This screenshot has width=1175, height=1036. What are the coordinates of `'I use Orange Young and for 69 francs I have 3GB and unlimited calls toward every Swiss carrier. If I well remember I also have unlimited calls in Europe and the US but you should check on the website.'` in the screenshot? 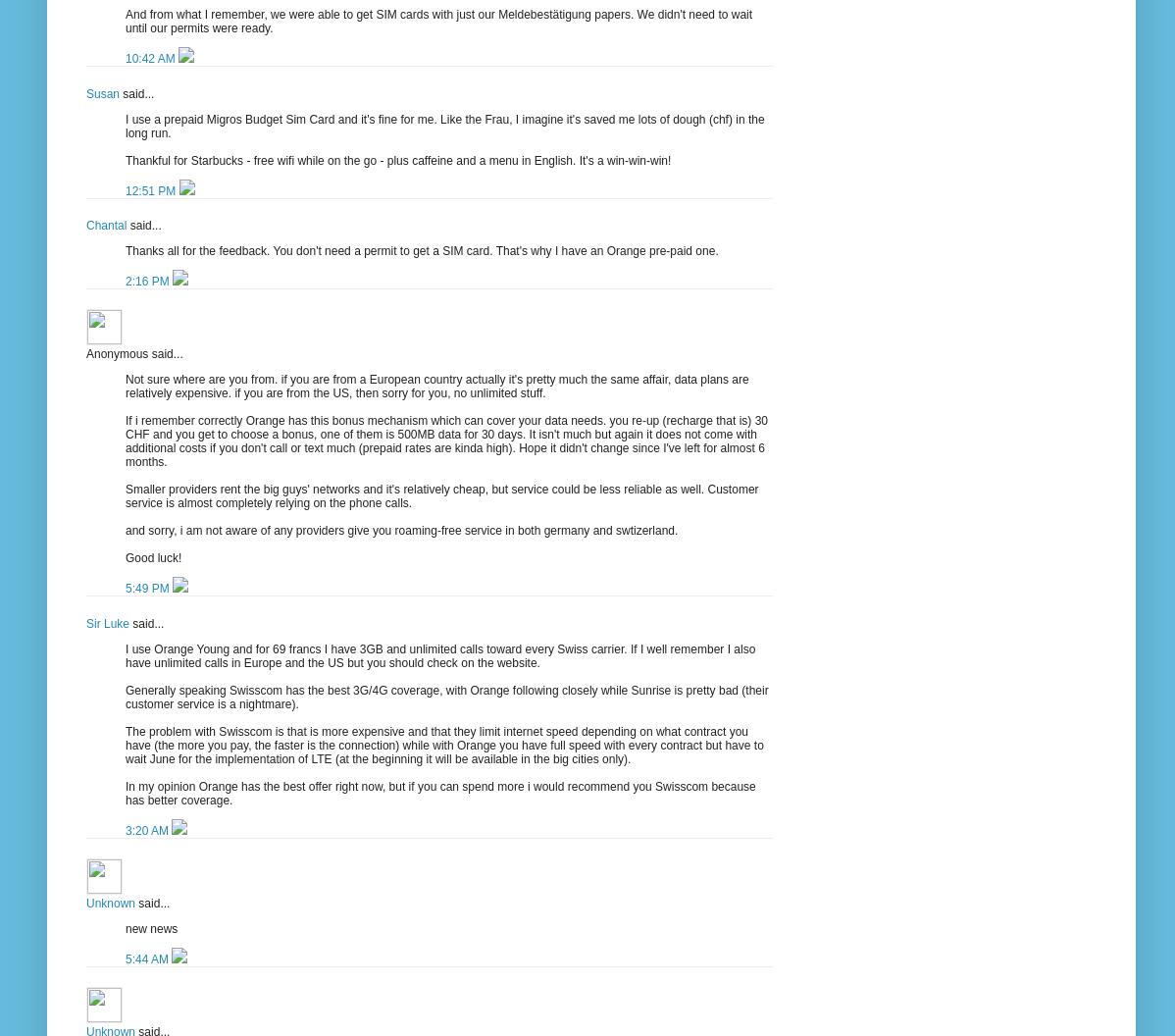 It's located at (440, 655).